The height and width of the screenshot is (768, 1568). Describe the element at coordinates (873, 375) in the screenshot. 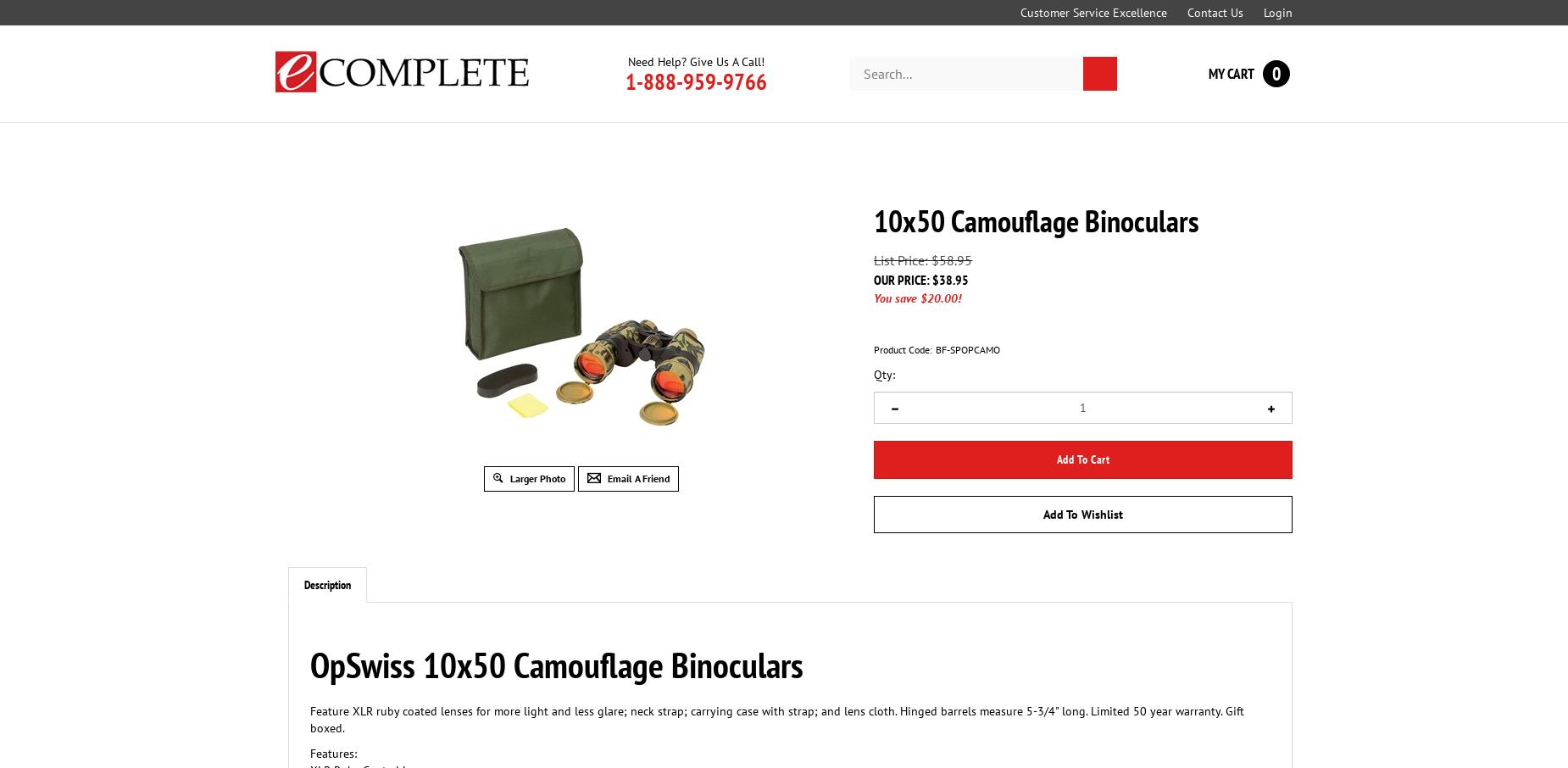

I see `'Qty:'` at that location.